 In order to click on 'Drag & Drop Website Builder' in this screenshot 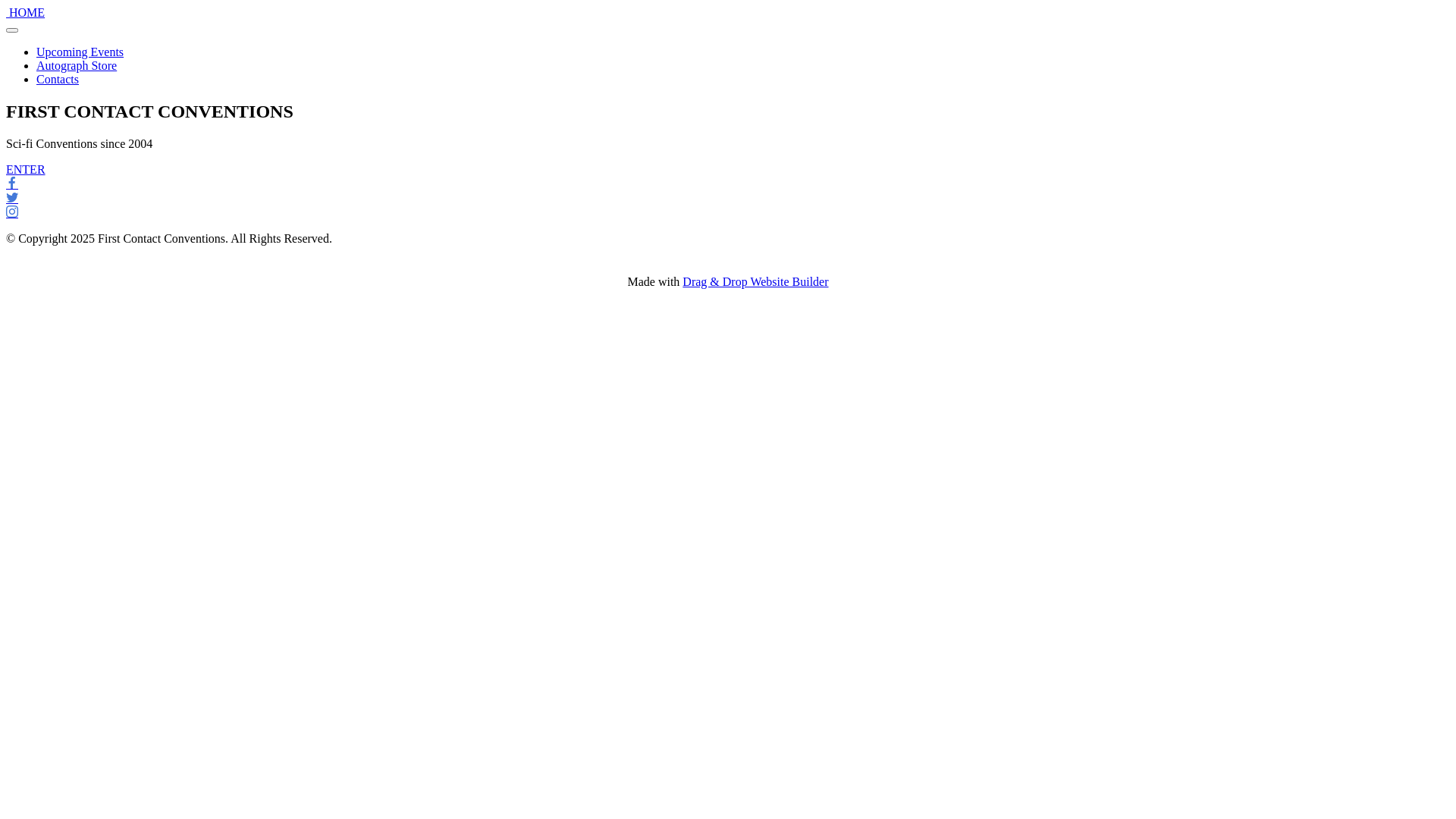, I will do `click(755, 281)`.